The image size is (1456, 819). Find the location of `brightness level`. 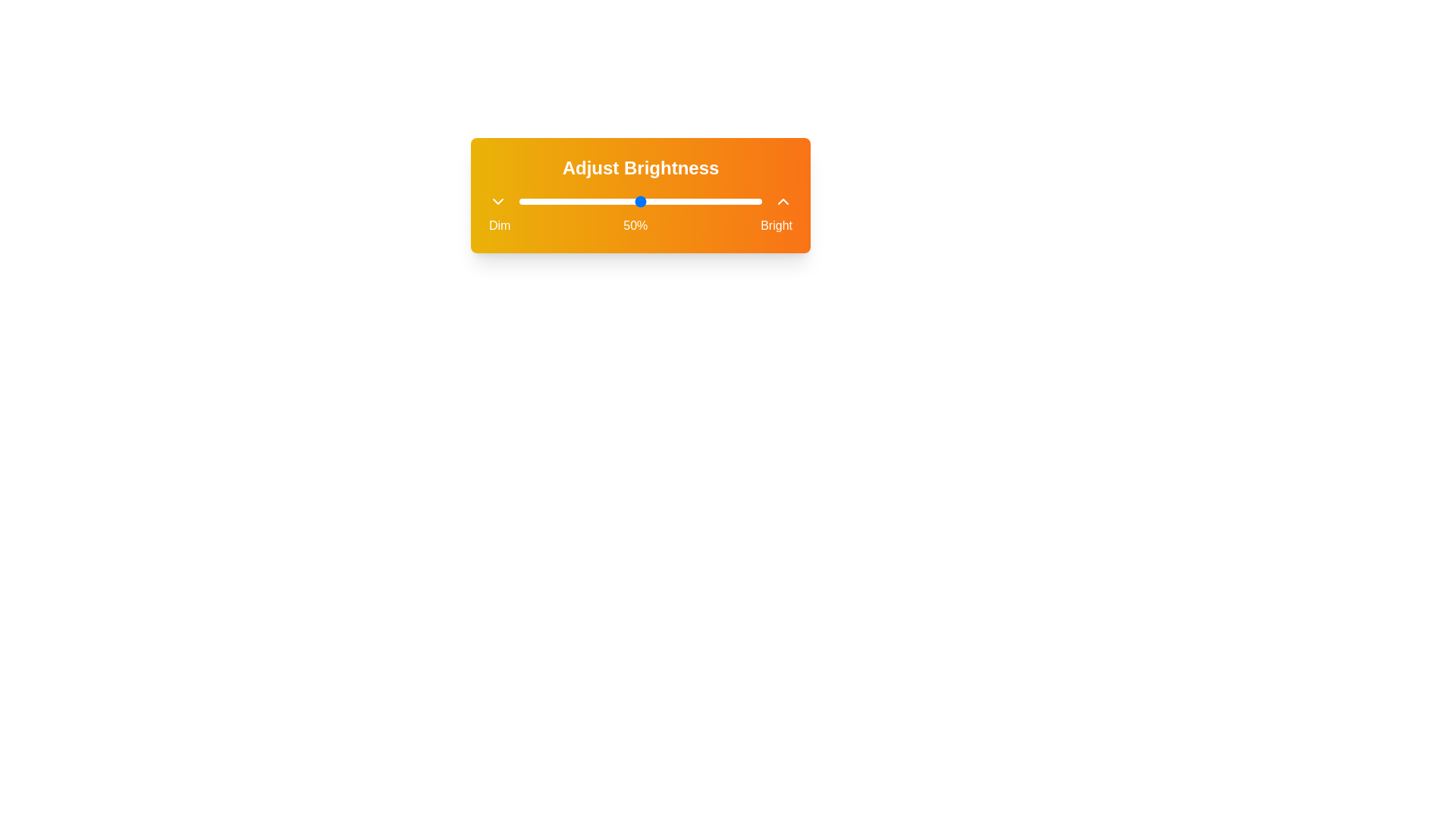

brightness level is located at coordinates (657, 201).